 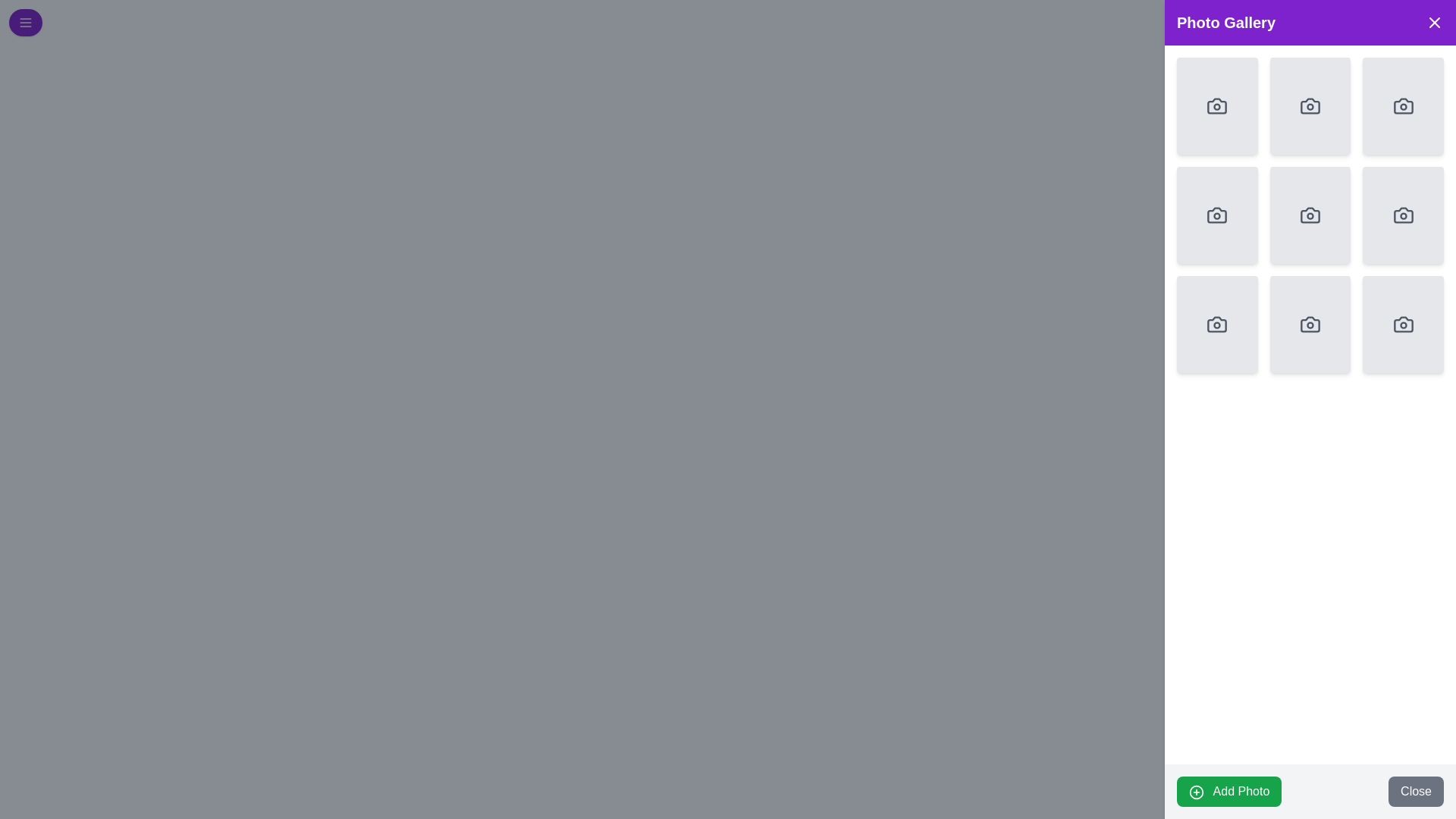 What do you see at coordinates (1310, 215) in the screenshot?
I see `the photo upload icon located in the center cell of the 3x3 grid in the 'Photo Gallery' panel` at bounding box center [1310, 215].